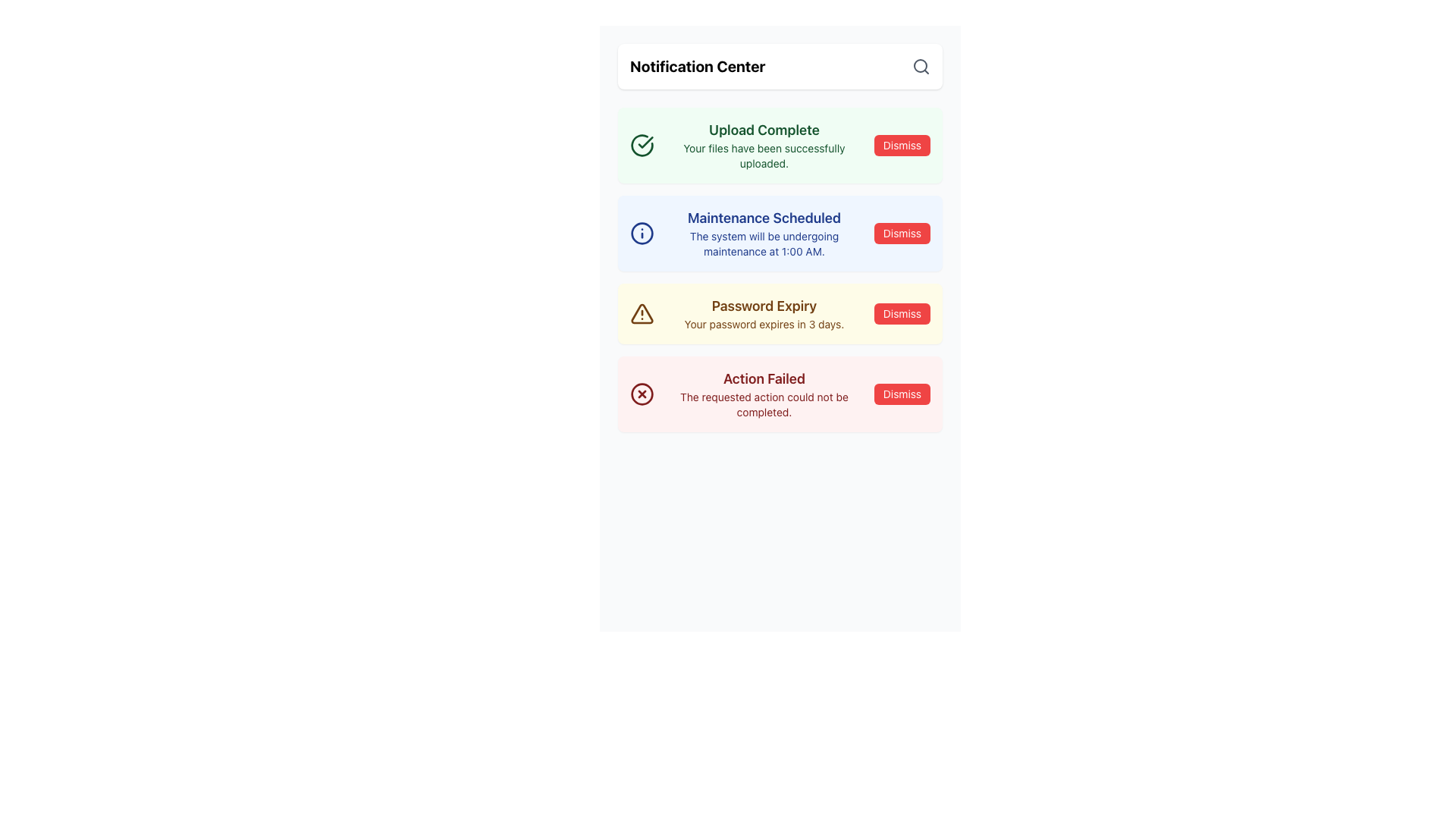 The width and height of the screenshot is (1456, 819). What do you see at coordinates (902, 234) in the screenshot?
I see `the 'Dismiss' button with a red background and white text located in the notification panel titled 'Maintenance Scheduled'` at bounding box center [902, 234].